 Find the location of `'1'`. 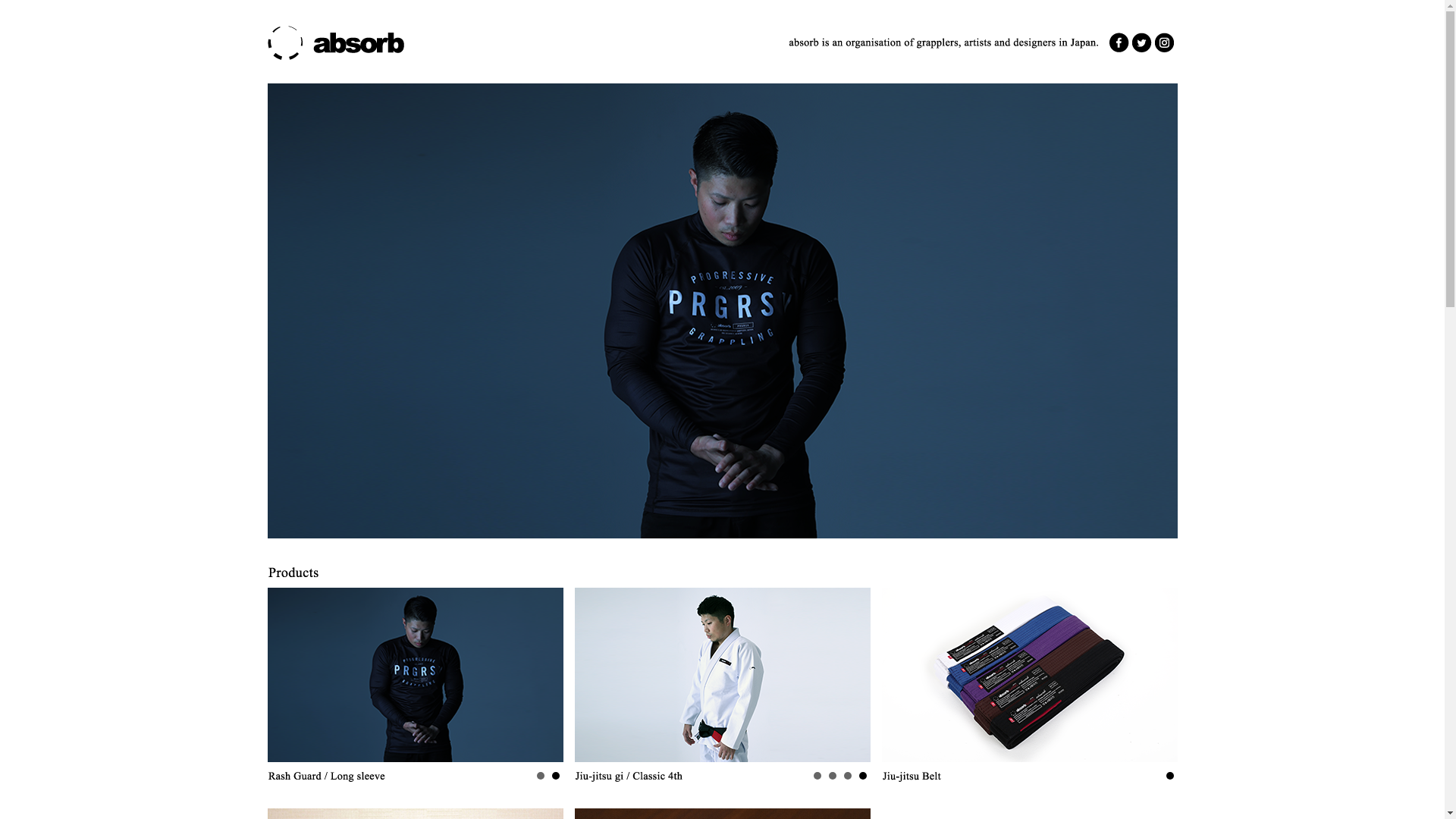

'1' is located at coordinates (551, 775).